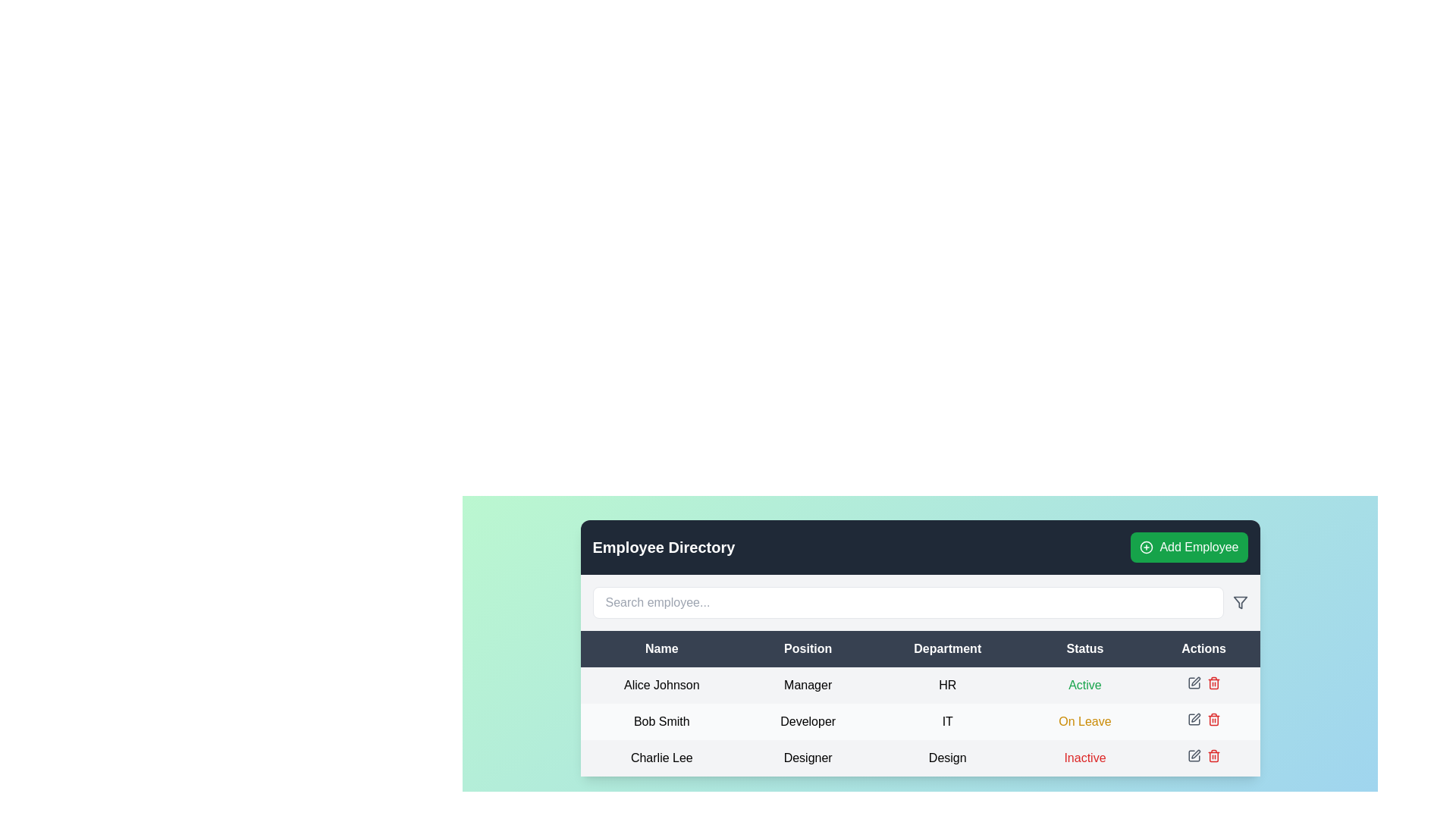 The image size is (1456, 819). What do you see at coordinates (807, 648) in the screenshot?
I see `the text label displaying 'Position' in the second column header` at bounding box center [807, 648].